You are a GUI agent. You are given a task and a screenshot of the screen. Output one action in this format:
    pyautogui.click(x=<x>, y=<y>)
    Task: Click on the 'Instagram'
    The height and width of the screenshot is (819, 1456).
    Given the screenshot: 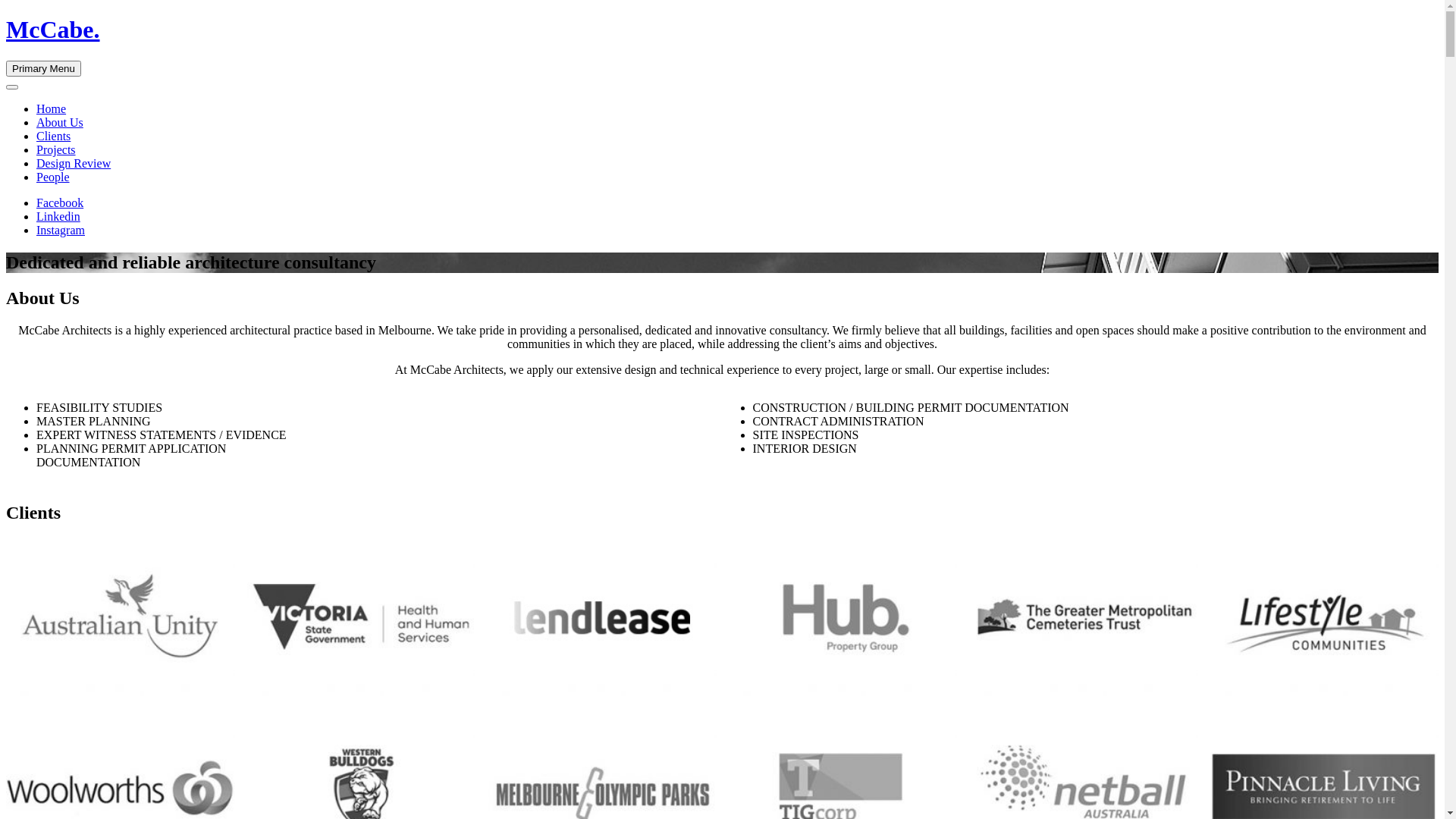 What is the action you would take?
    pyautogui.click(x=61, y=230)
    